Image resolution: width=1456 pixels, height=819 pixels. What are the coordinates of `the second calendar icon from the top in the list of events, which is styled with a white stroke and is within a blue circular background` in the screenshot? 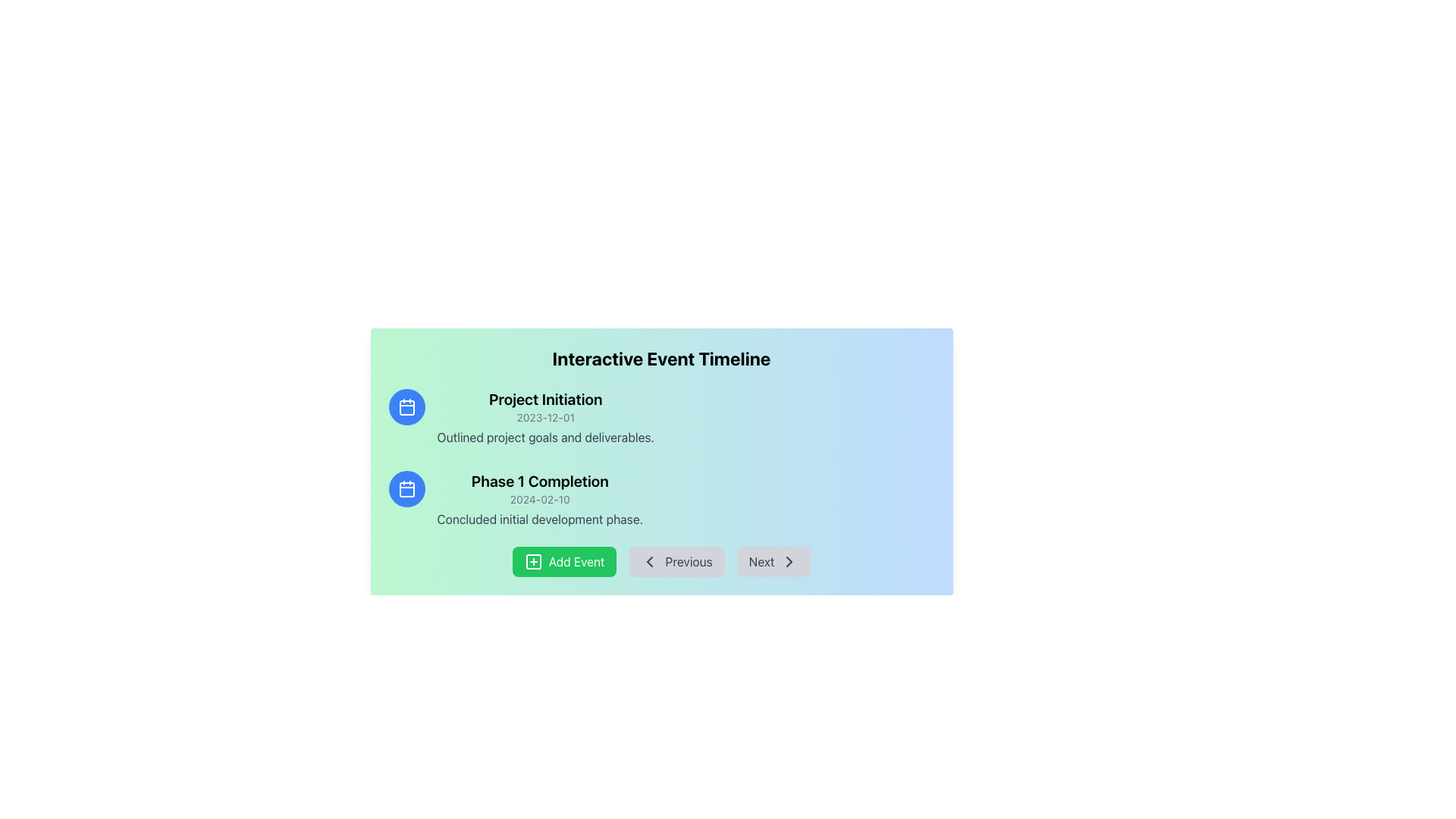 It's located at (406, 488).